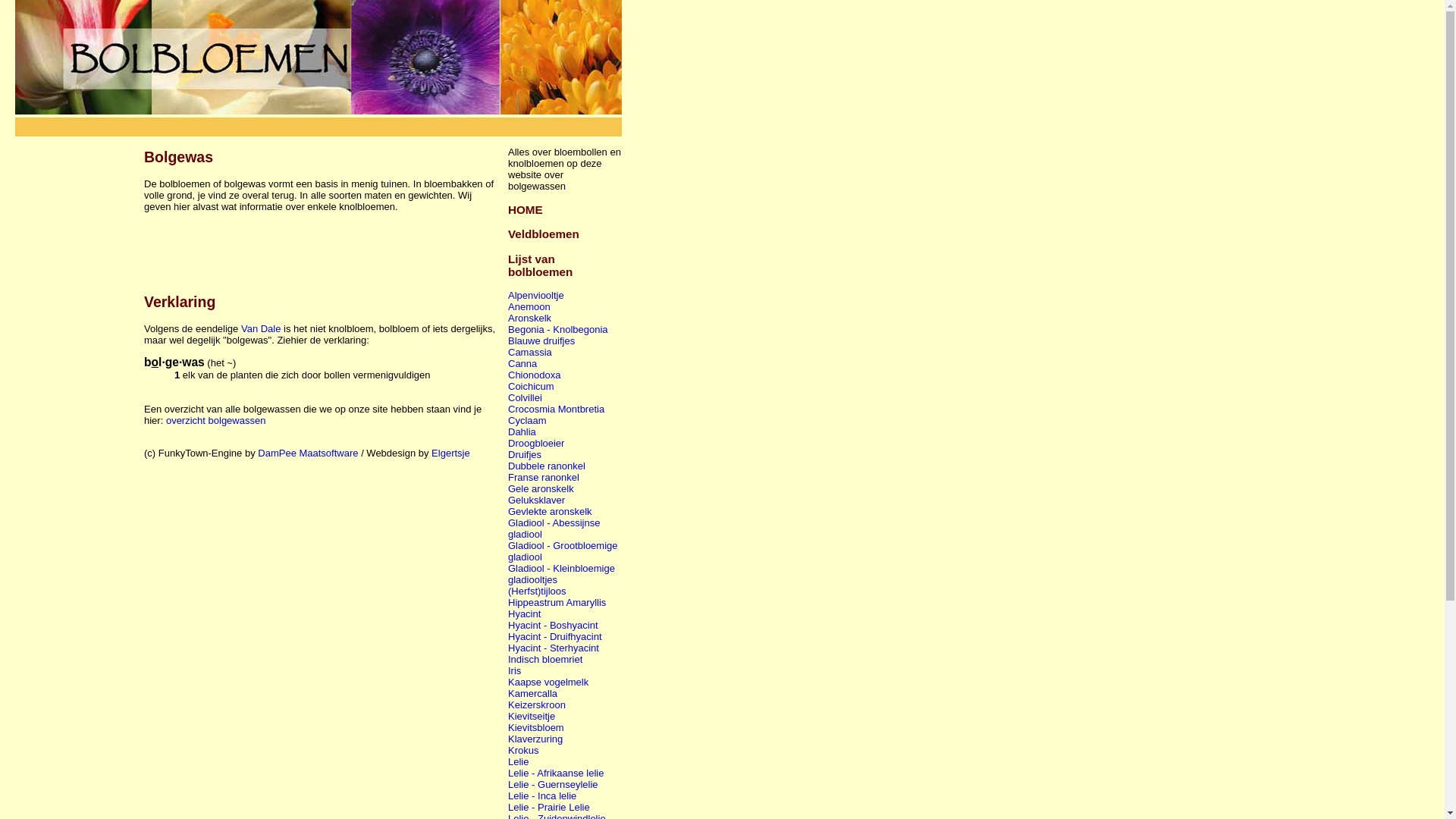 The image size is (1456, 819). I want to click on 'Colvillei', so click(508, 397).